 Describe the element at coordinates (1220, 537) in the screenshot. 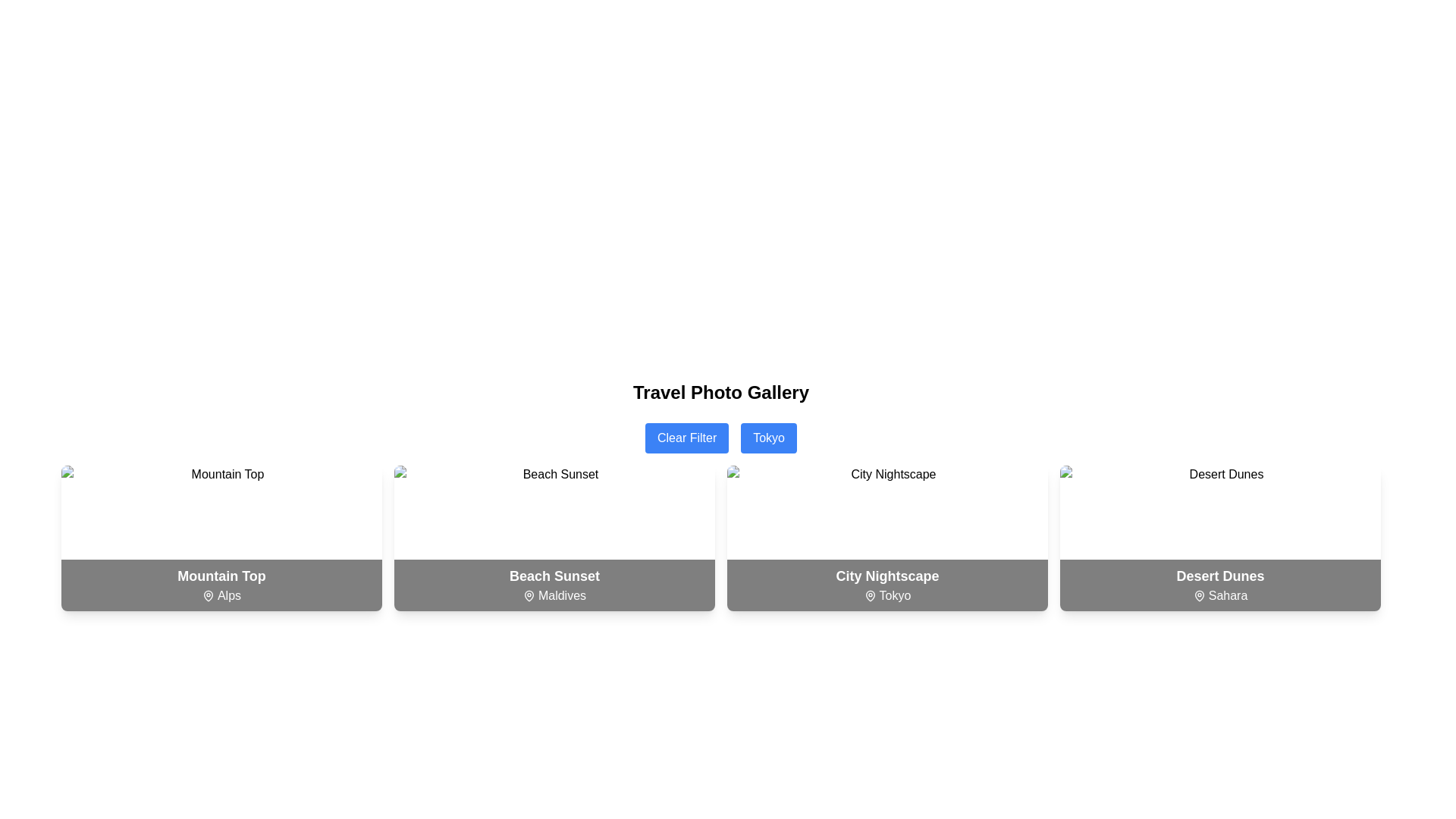

I see `the 'Desert Dunes' card in the photo gallery` at that location.